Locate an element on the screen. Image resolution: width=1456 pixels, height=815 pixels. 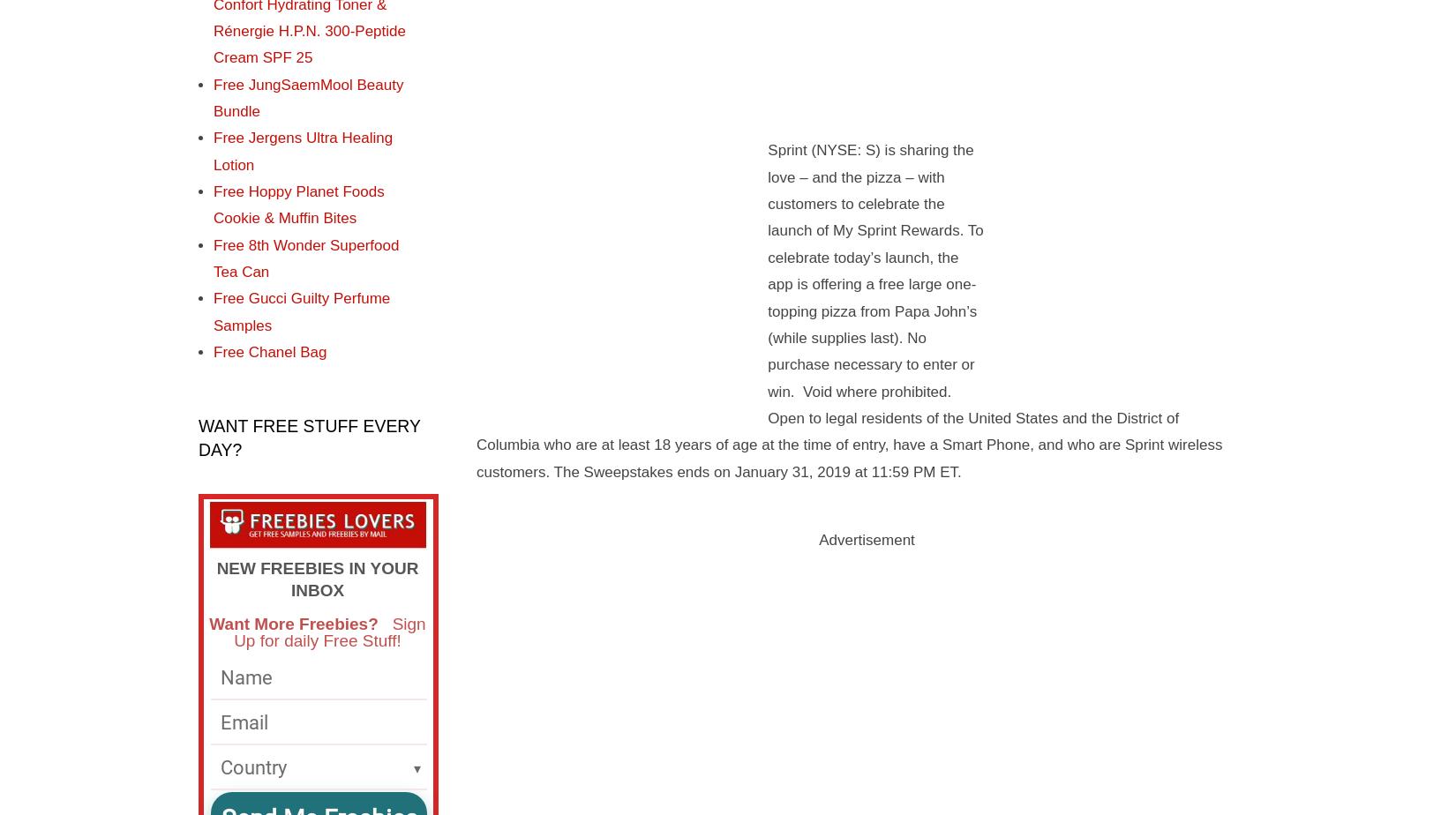
'and the' is located at coordinates (1087, 416).